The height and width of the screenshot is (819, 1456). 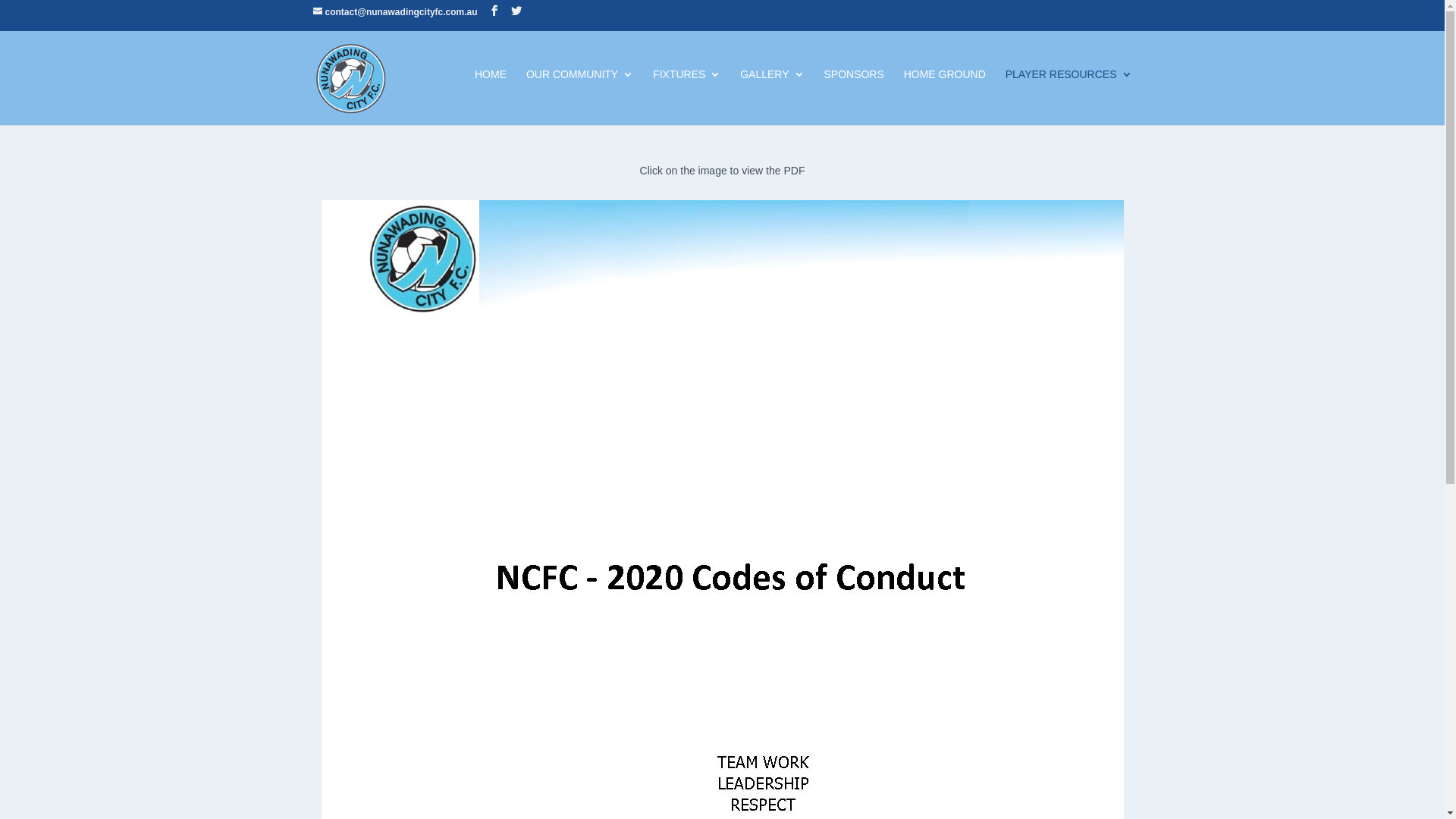 What do you see at coordinates (771, 93) in the screenshot?
I see `'GALLERY'` at bounding box center [771, 93].